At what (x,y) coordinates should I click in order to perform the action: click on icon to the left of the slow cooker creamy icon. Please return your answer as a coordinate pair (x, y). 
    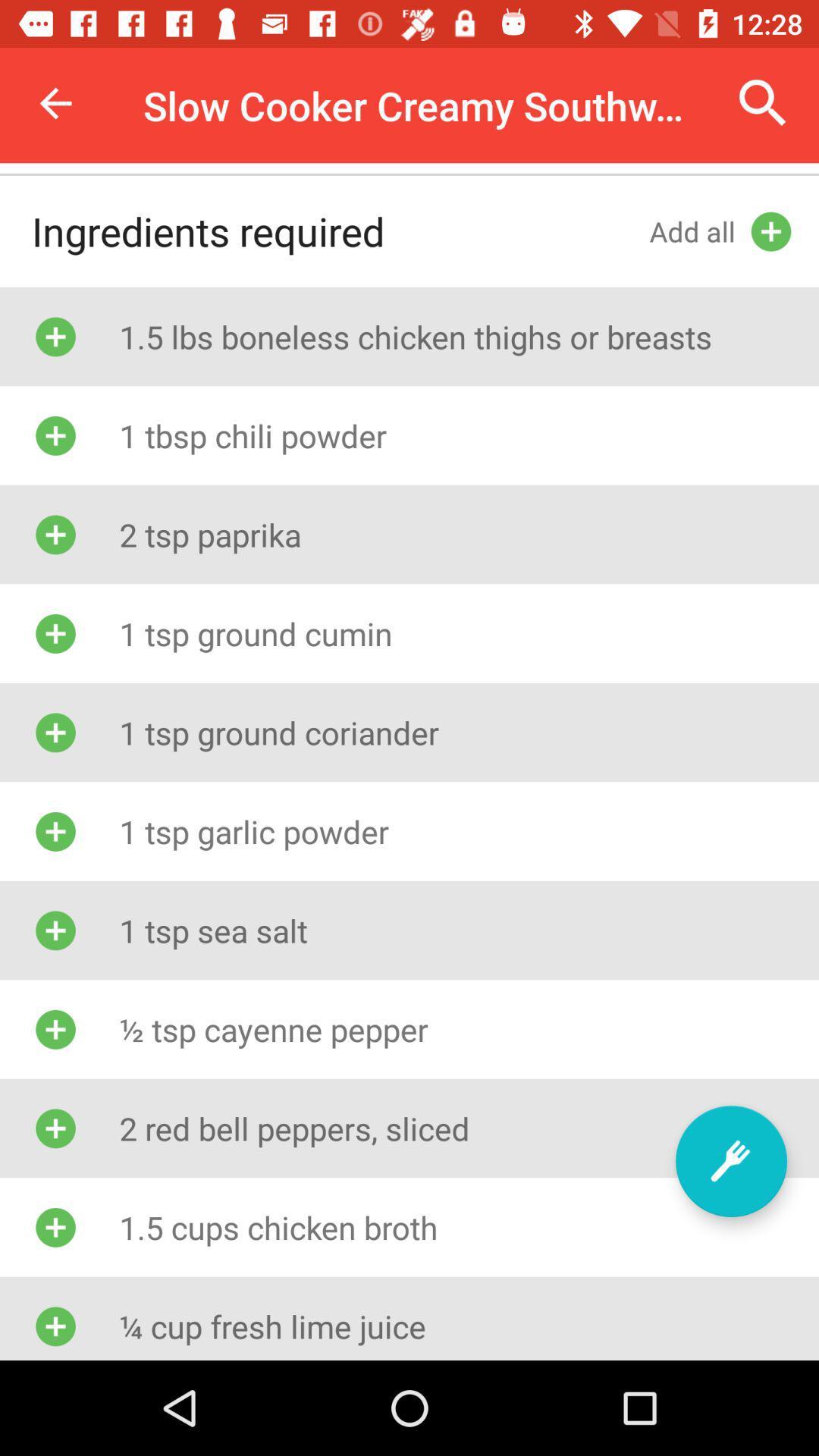
    Looking at the image, I should click on (55, 102).